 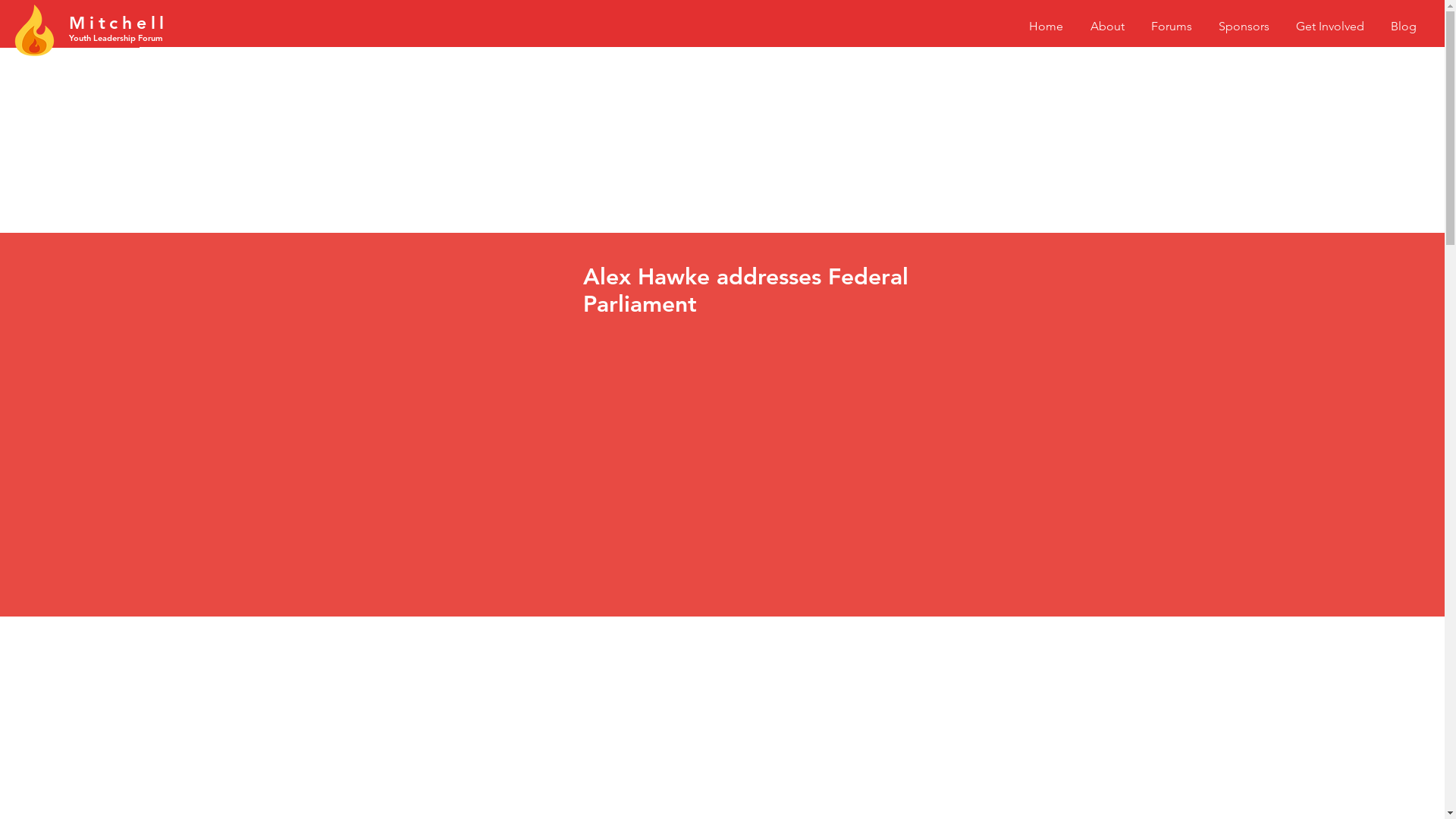 I want to click on 'Forums', so click(x=1137, y=26).